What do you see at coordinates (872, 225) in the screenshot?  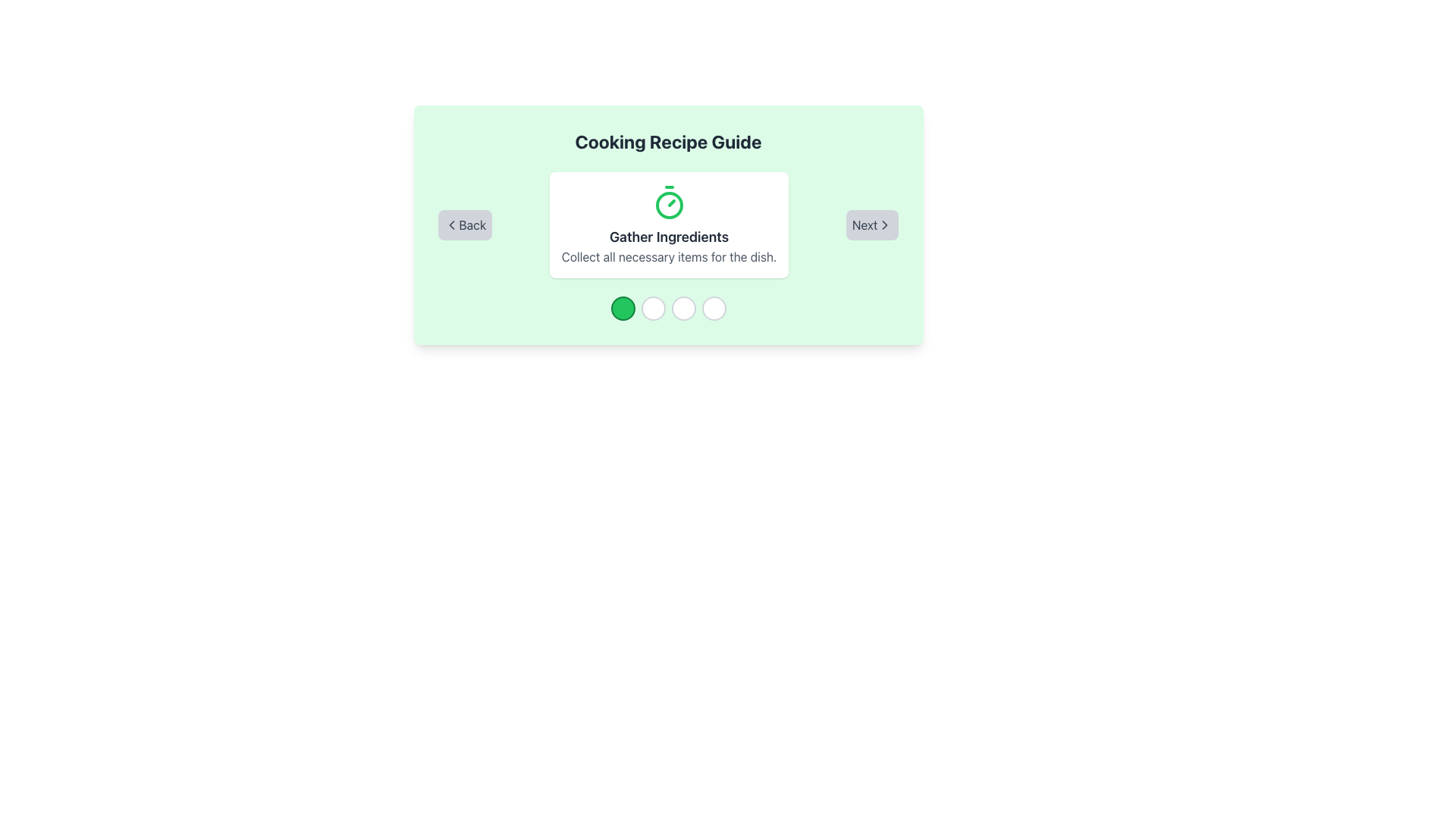 I see `the navigation button located at the bottom right corner of the centered card to proceed to the next step or page` at bounding box center [872, 225].